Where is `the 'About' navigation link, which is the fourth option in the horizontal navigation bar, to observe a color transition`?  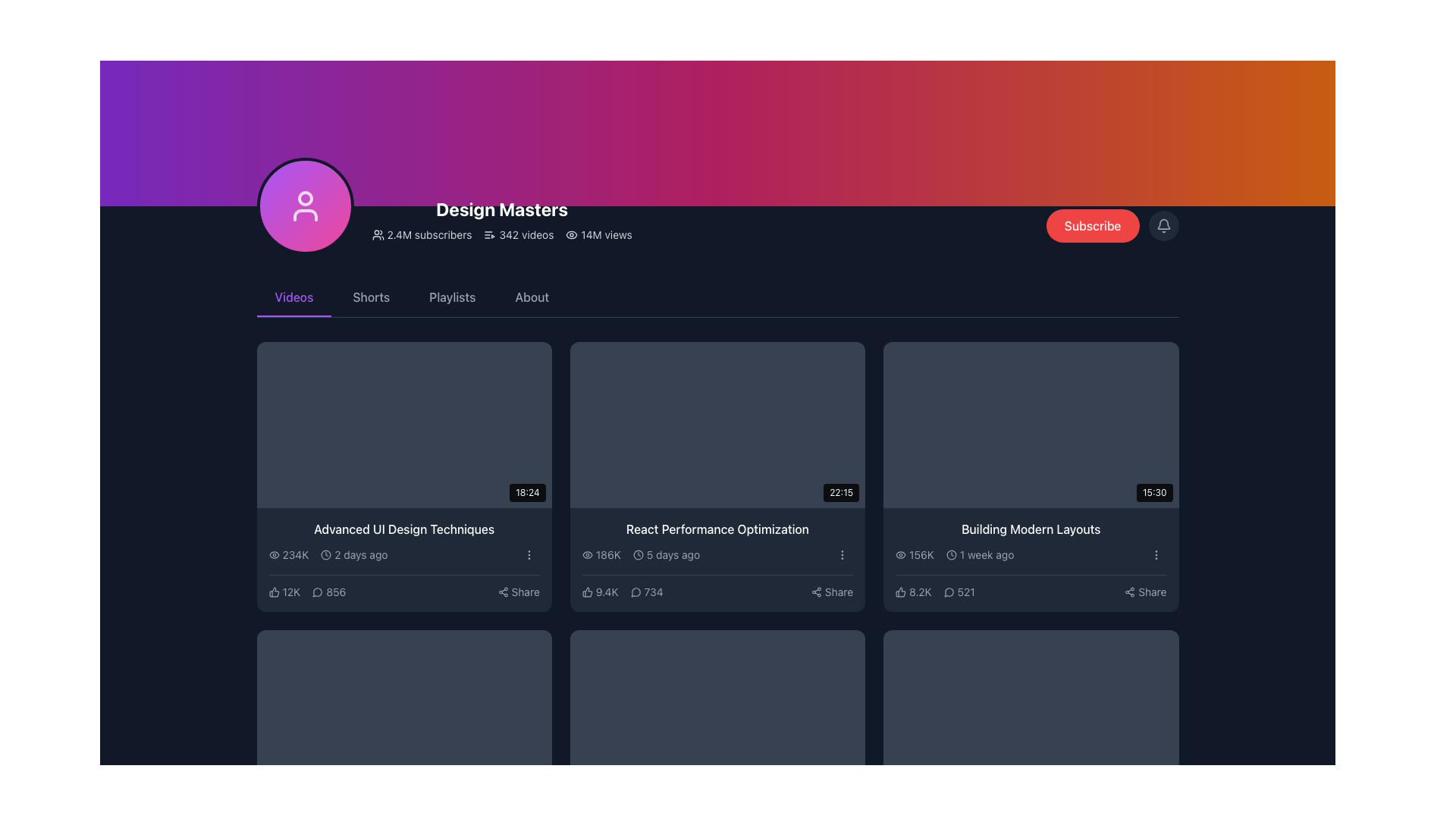 the 'About' navigation link, which is the fourth option in the horizontal navigation bar, to observe a color transition is located at coordinates (532, 298).